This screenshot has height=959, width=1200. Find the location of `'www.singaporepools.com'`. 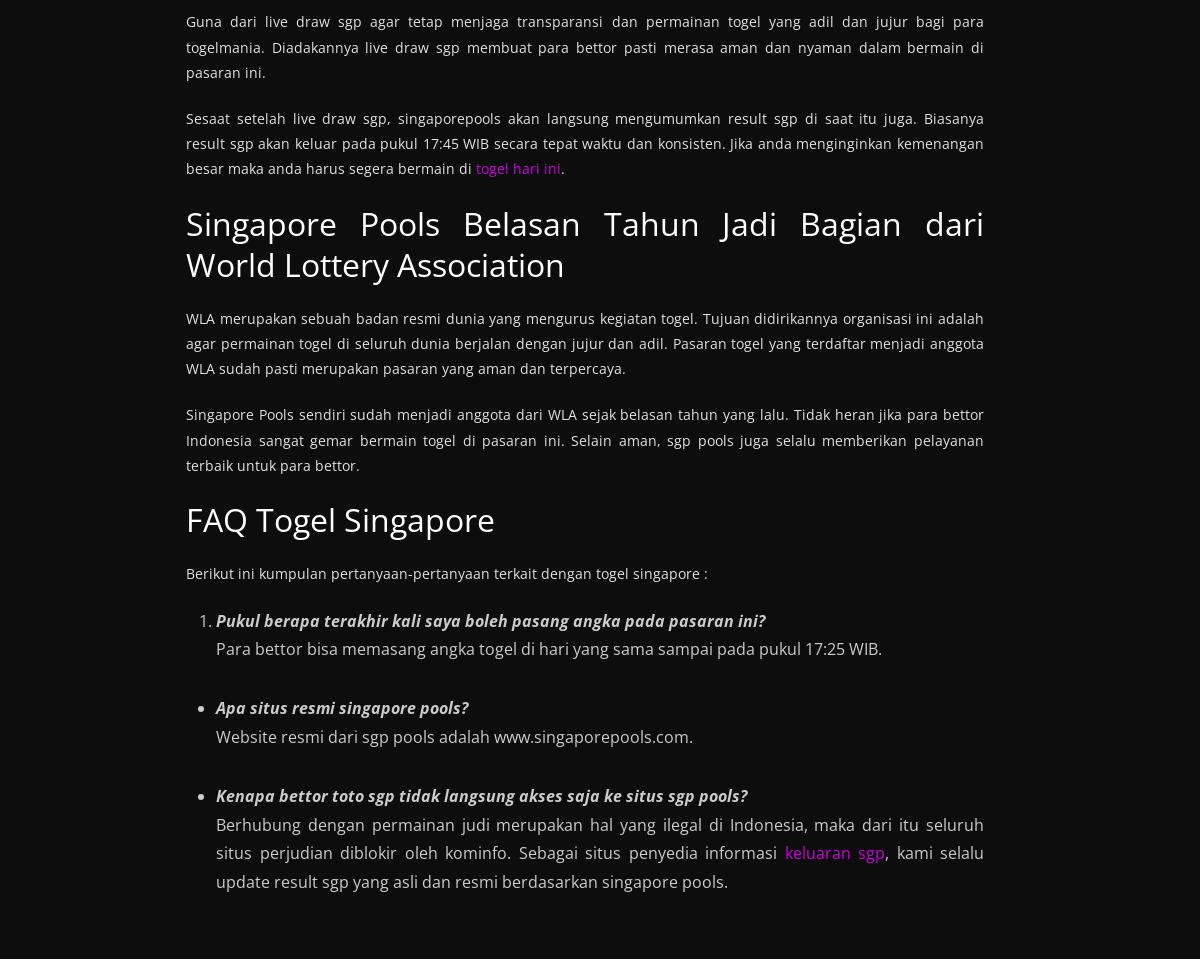

'www.singaporepools.com' is located at coordinates (590, 735).